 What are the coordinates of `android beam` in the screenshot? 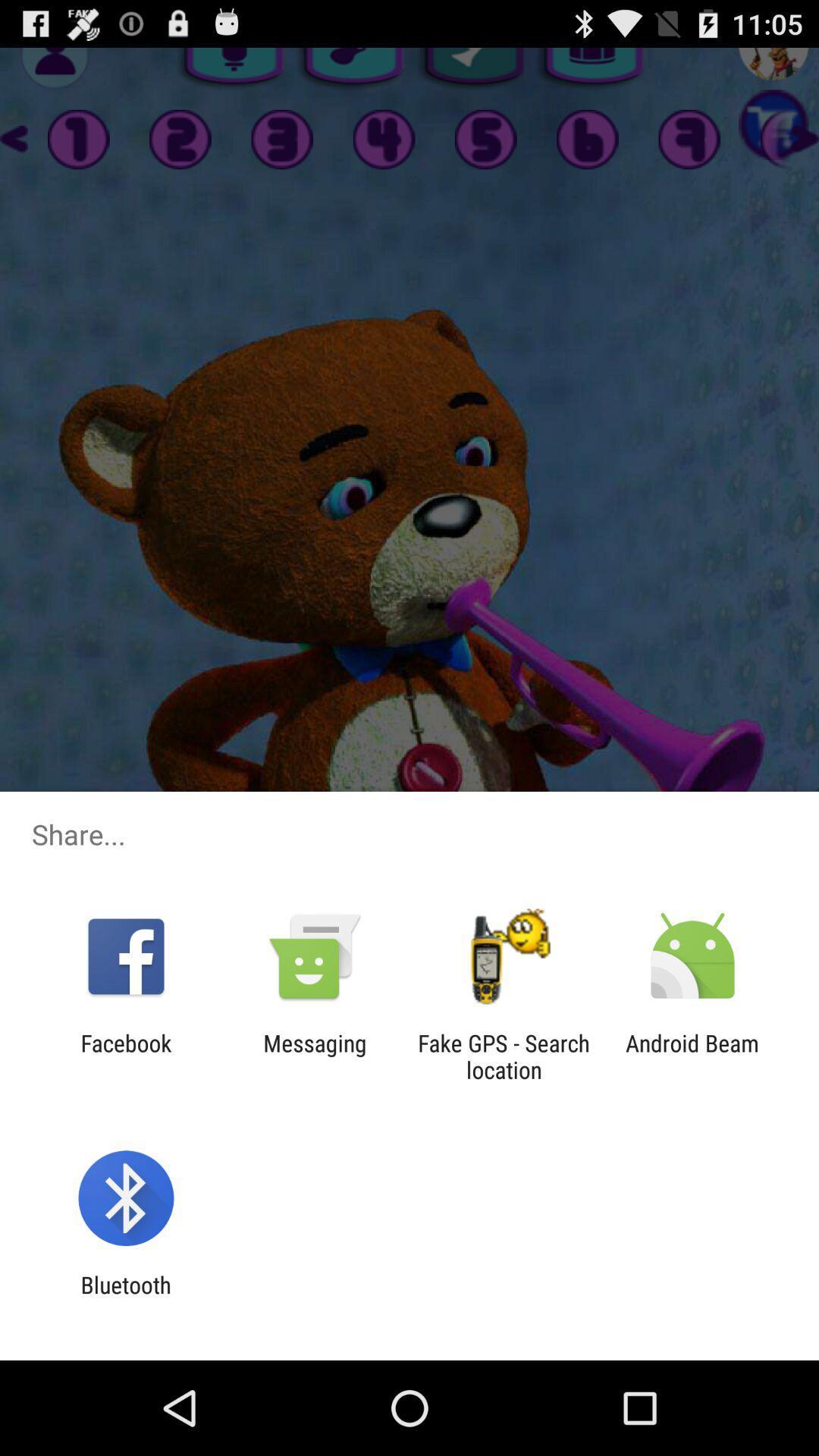 It's located at (692, 1056).